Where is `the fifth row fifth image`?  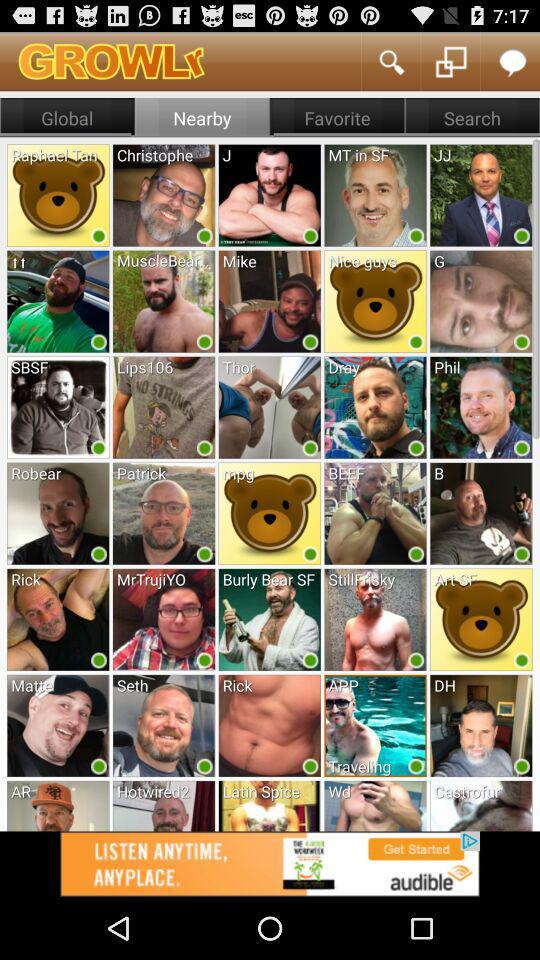
the fifth row fifth image is located at coordinates (480, 618).